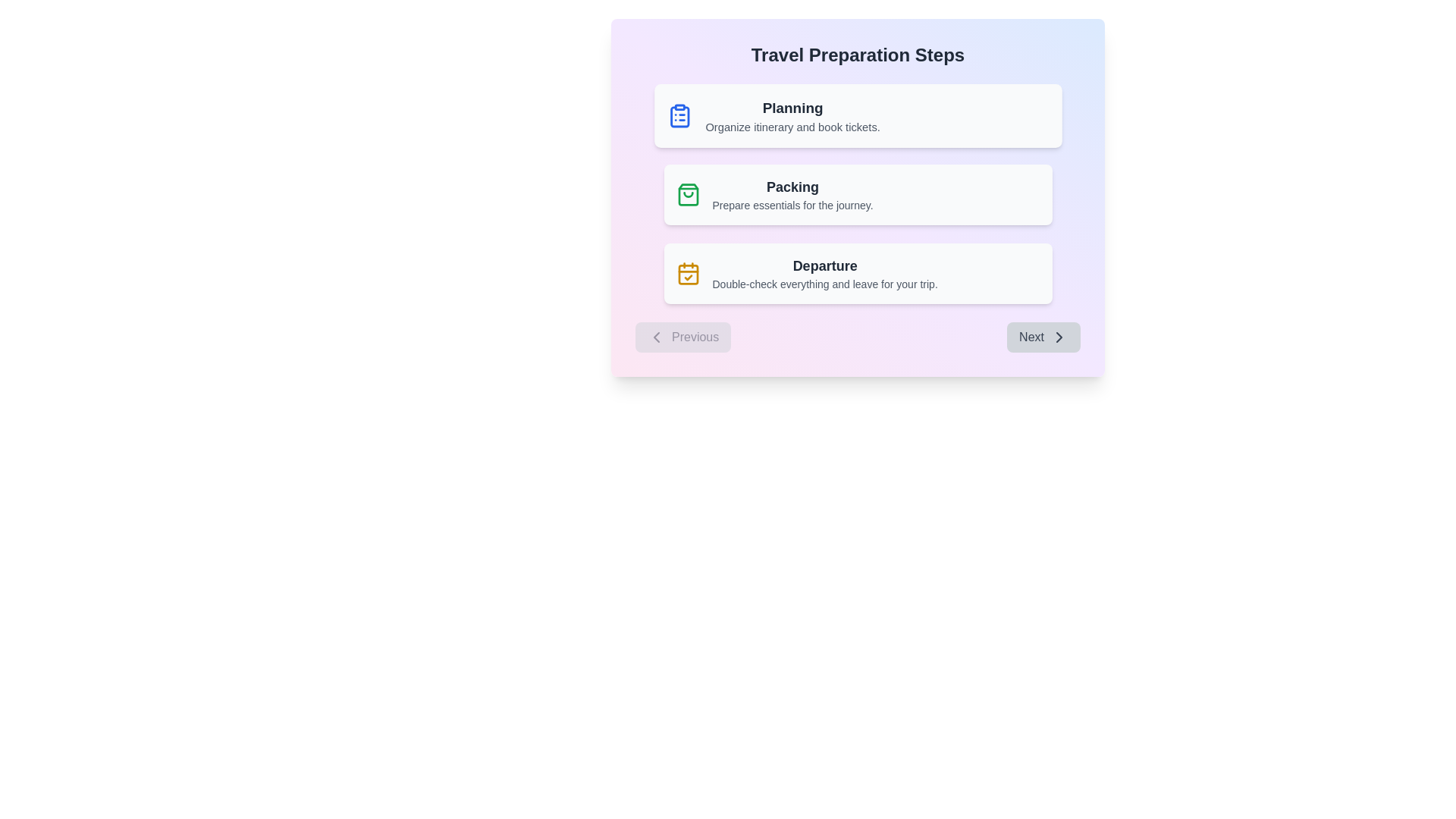  What do you see at coordinates (792, 186) in the screenshot?
I see `text content of the Text Element displaying 'Packing' in bold, dark gray font located at the top of the middle card in the center section of the layout` at bounding box center [792, 186].